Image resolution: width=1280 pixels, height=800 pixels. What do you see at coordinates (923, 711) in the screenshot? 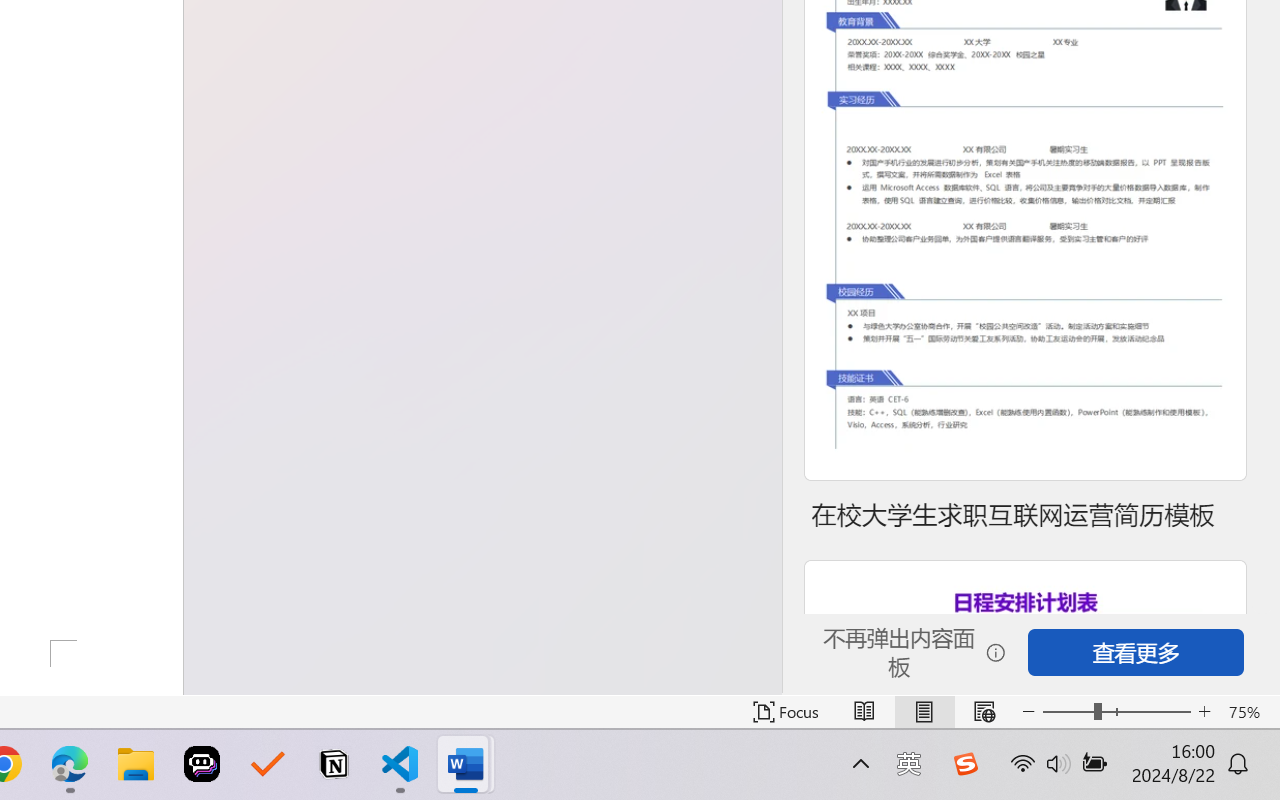
I see `'Print Layout'` at bounding box center [923, 711].